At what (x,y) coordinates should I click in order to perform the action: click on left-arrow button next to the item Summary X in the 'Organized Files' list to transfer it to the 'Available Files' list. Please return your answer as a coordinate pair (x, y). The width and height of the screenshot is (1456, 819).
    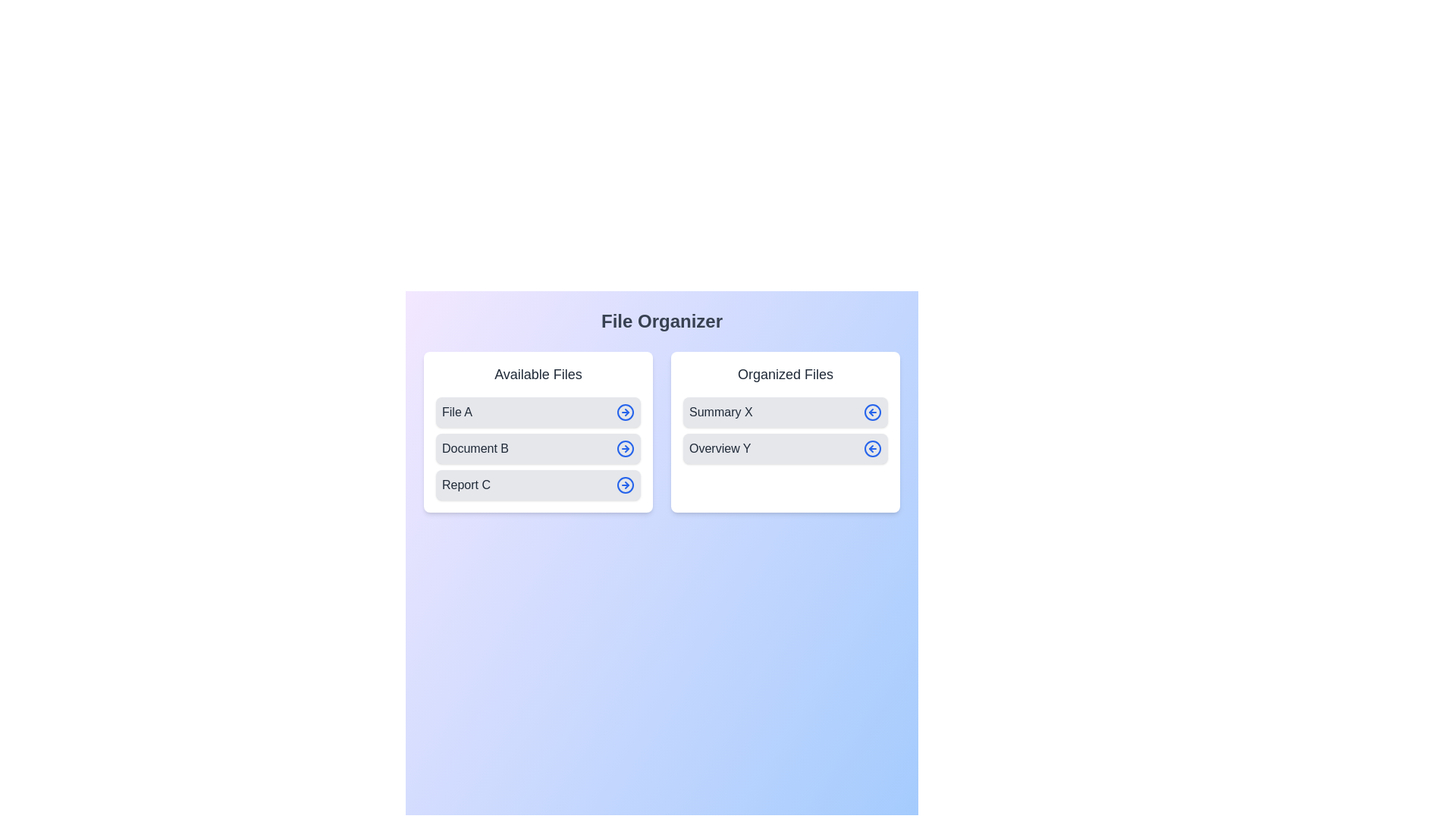
    Looking at the image, I should click on (873, 412).